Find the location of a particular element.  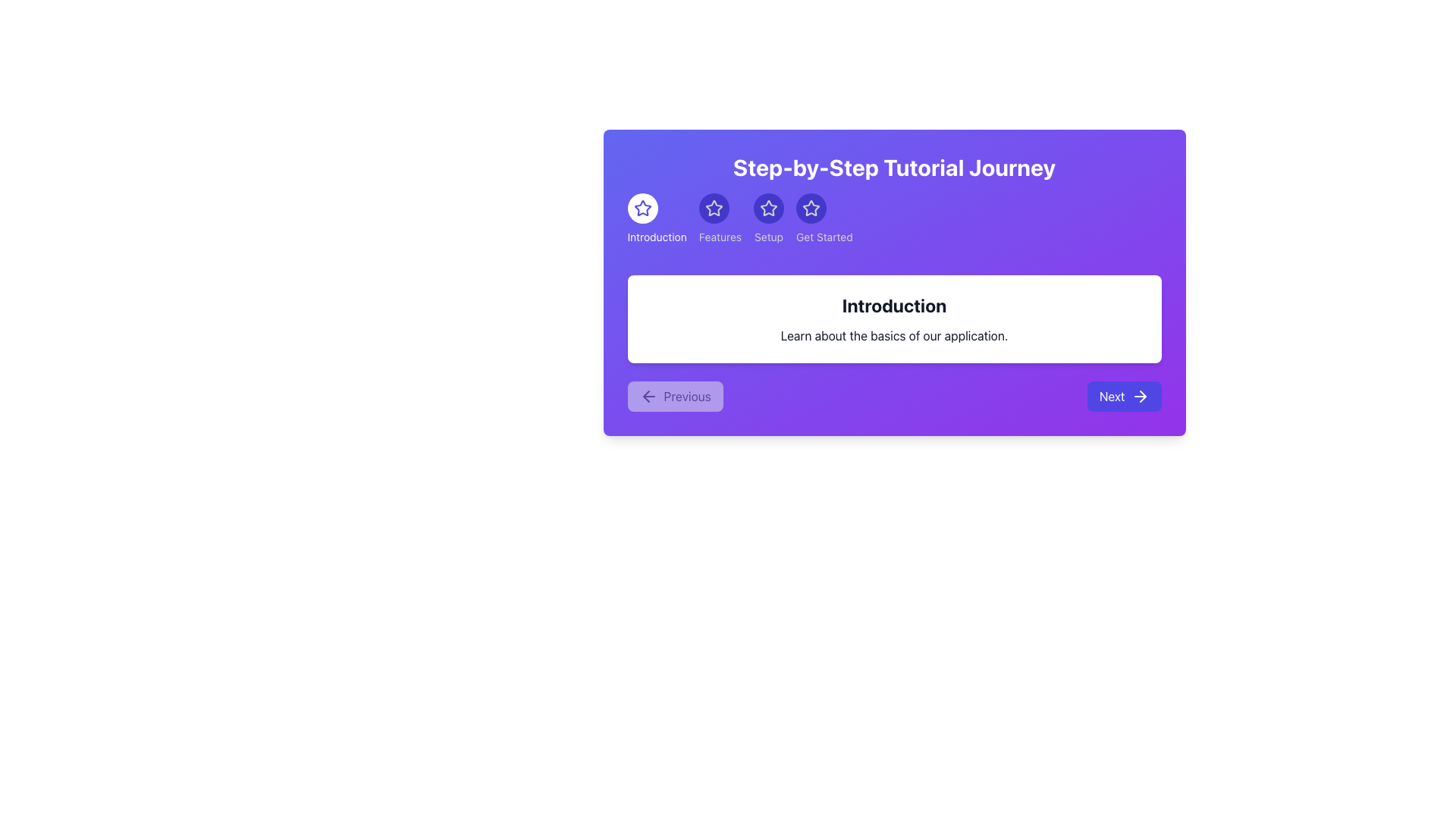

the circular navigation button with a star icon, which is styled as a blue circle and is the fourth item in the horizontal navigation menu is located at coordinates (811, 208).